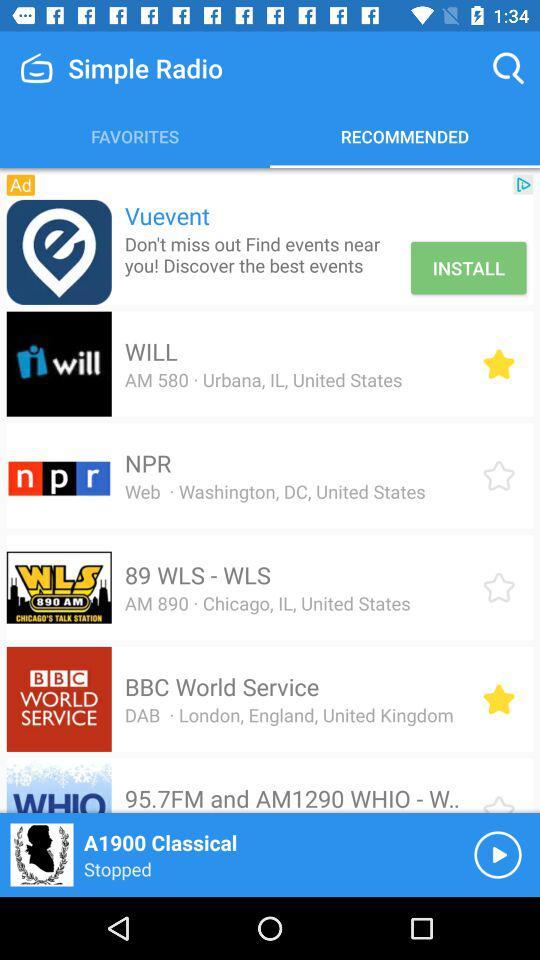 The height and width of the screenshot is (960, 540). What do you see at coordinates (197, 575) in the screenshot?
I see `icon above am 890 chicago icon` at bounding box center [197, 575].